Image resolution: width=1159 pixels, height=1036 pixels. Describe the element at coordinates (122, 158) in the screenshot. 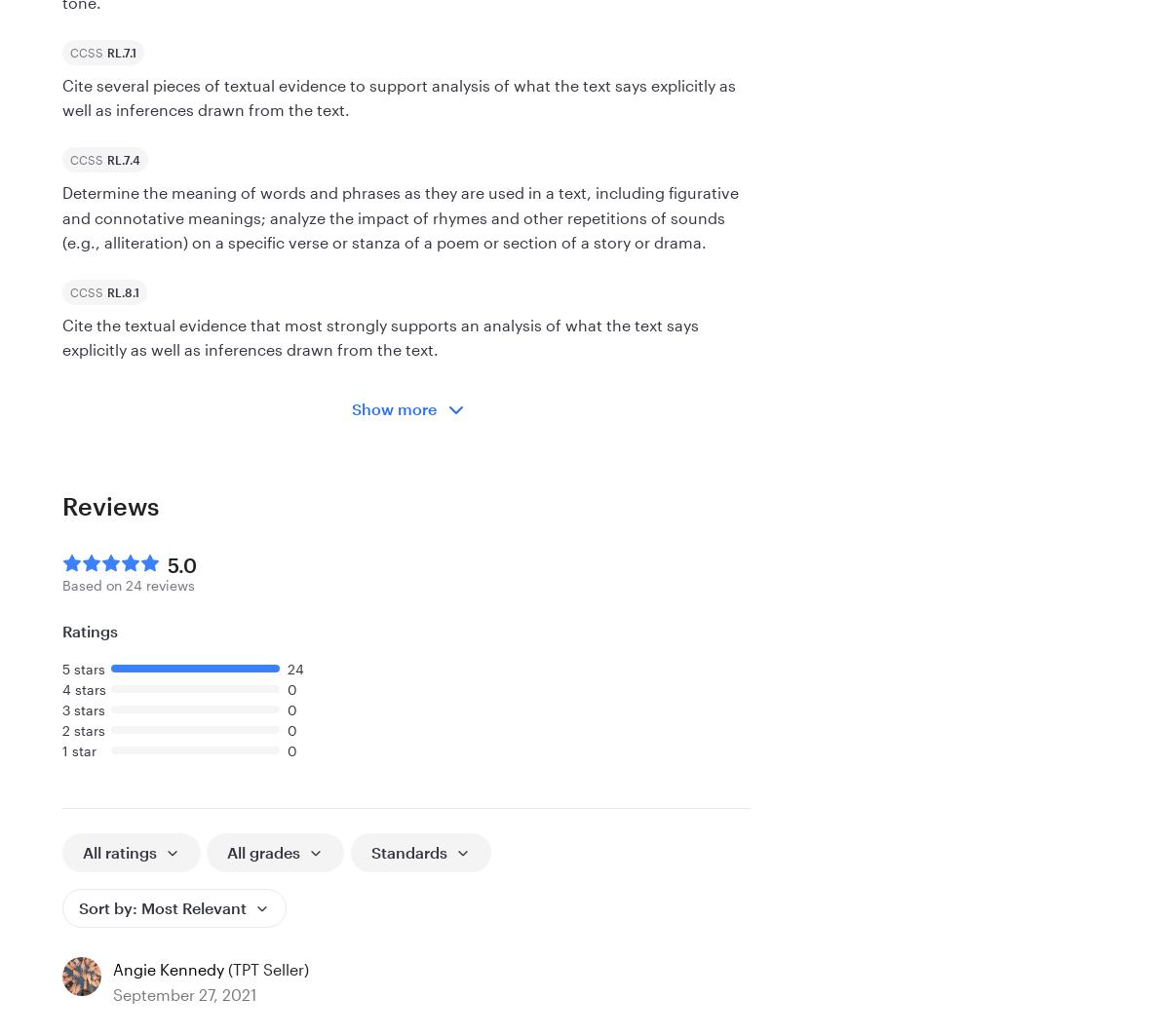

I see `'RL.7.4'` at that location.